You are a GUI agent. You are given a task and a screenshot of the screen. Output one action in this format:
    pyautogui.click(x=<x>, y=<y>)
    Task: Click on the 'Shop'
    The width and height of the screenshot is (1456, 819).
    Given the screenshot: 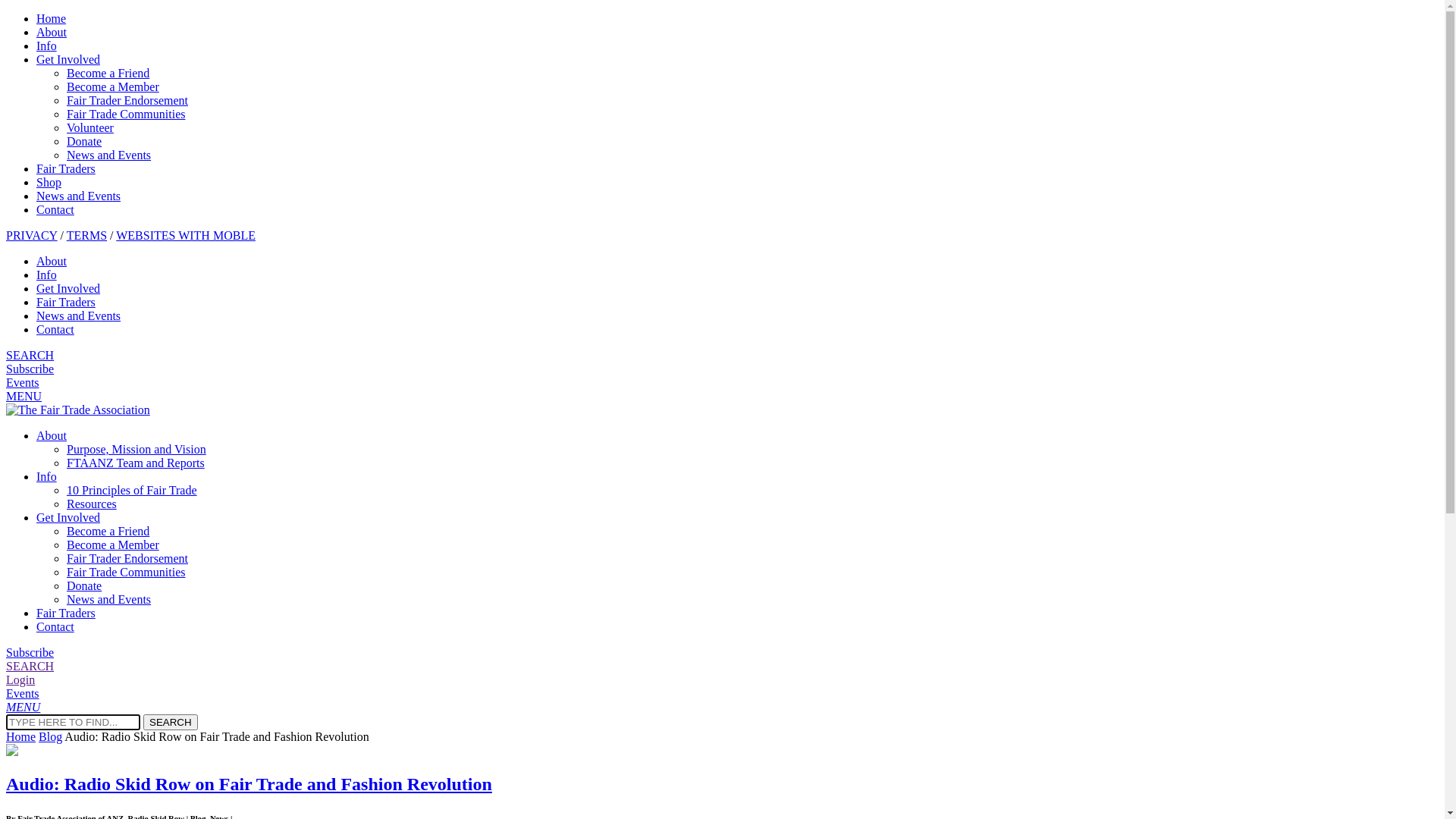 What is the action you would take?
    pyautogui.click(x=49, y=181)
    